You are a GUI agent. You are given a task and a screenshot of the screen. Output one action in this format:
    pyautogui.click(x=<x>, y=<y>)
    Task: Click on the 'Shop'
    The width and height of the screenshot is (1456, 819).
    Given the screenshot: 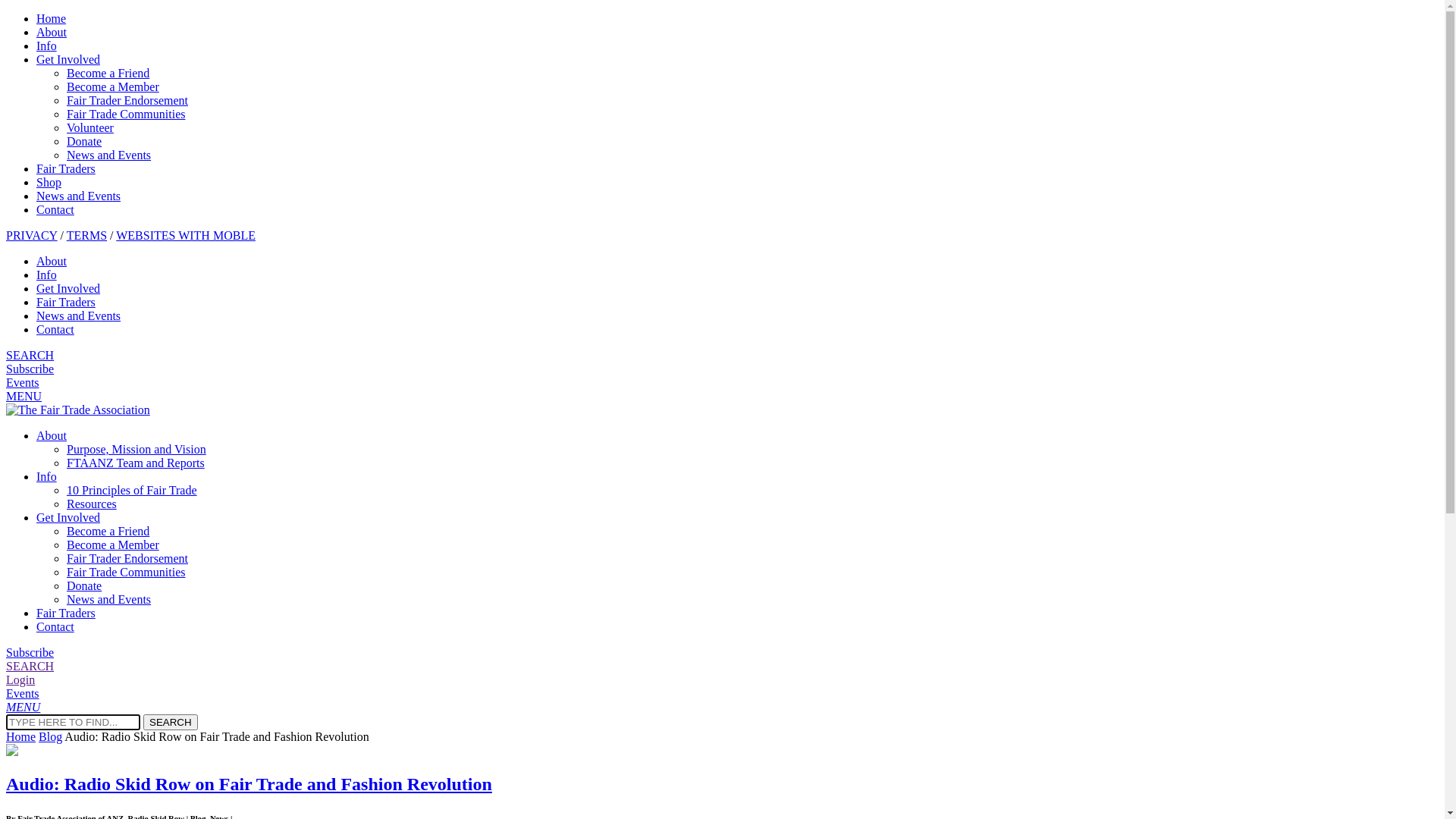 What is the action you would take?
    pyautogui.click(x=49, y=181)
    